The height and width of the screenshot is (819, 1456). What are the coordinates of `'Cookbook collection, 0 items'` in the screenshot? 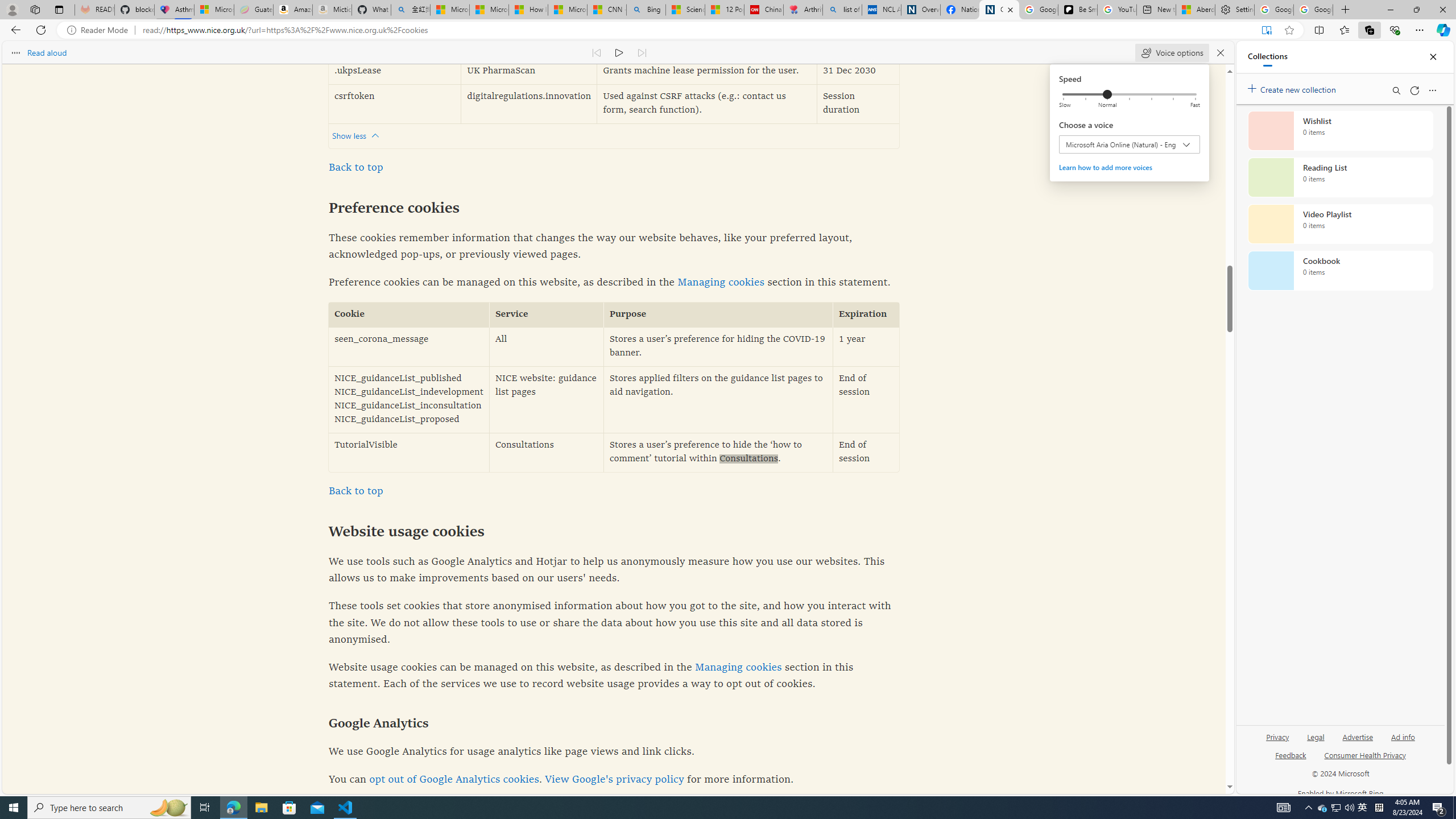 It's located at (1340, 270).